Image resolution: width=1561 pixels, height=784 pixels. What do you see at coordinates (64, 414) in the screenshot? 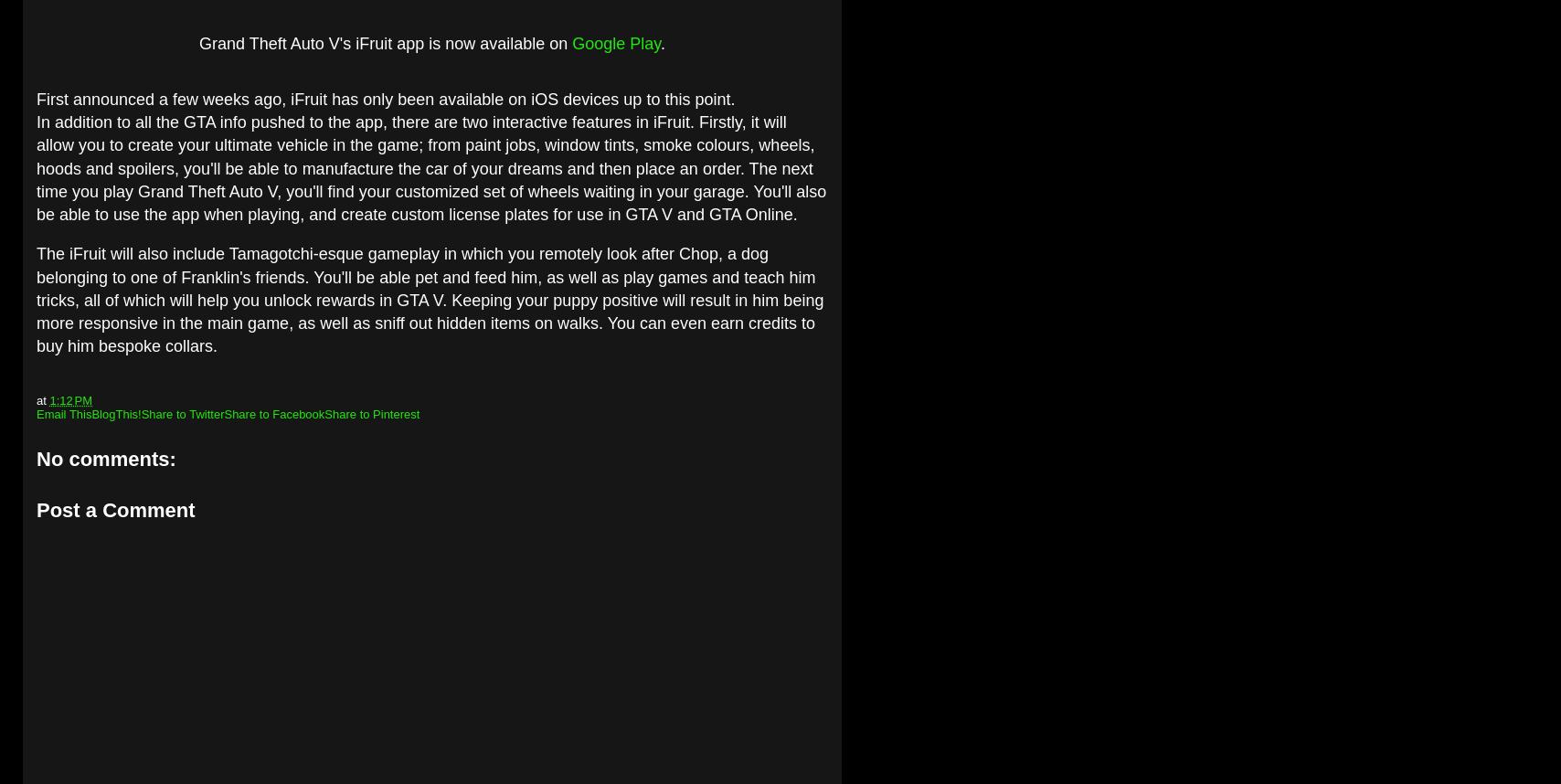
I see `'Email This'` at bounding box center [64, 414].